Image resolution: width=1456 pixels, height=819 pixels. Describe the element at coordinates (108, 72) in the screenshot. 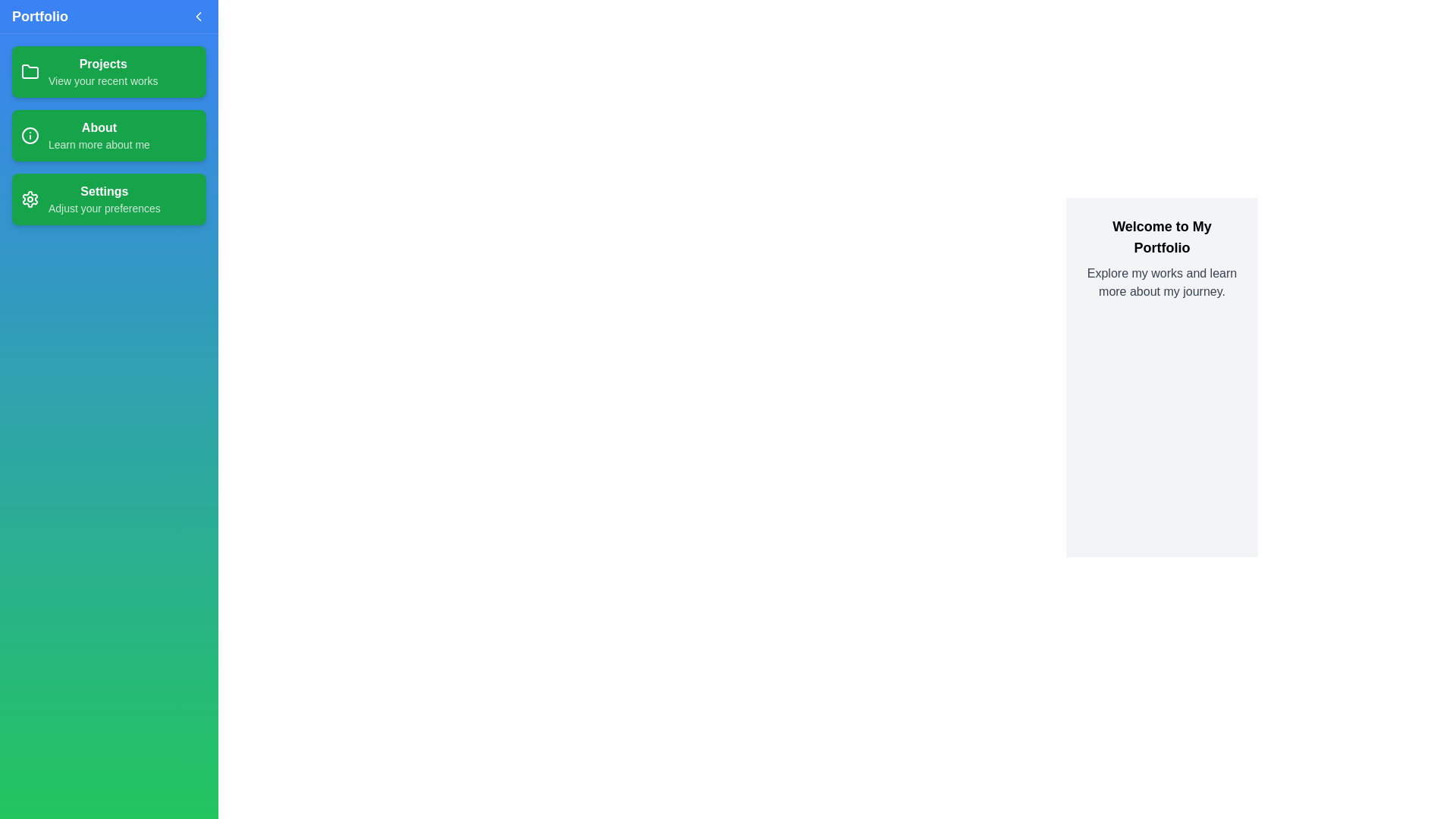

I see `the section labeled 'Projects' to observe its hover effect` at that location.